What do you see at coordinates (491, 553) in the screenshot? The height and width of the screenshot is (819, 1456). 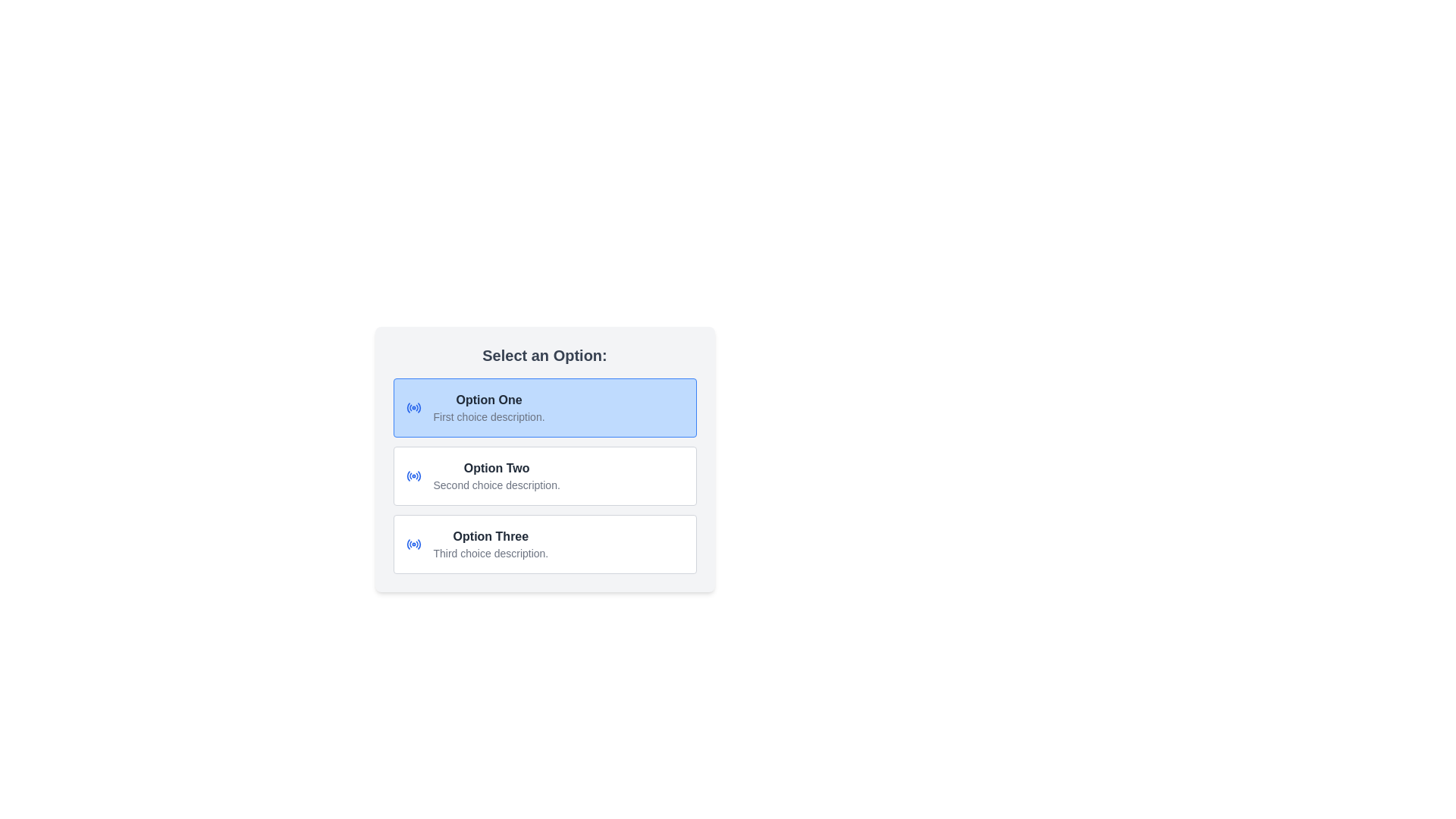 I see `the Text Label providing additional information about 'Option Three', located beneath the 'Option Three' text` at bounding box center [491, 553].